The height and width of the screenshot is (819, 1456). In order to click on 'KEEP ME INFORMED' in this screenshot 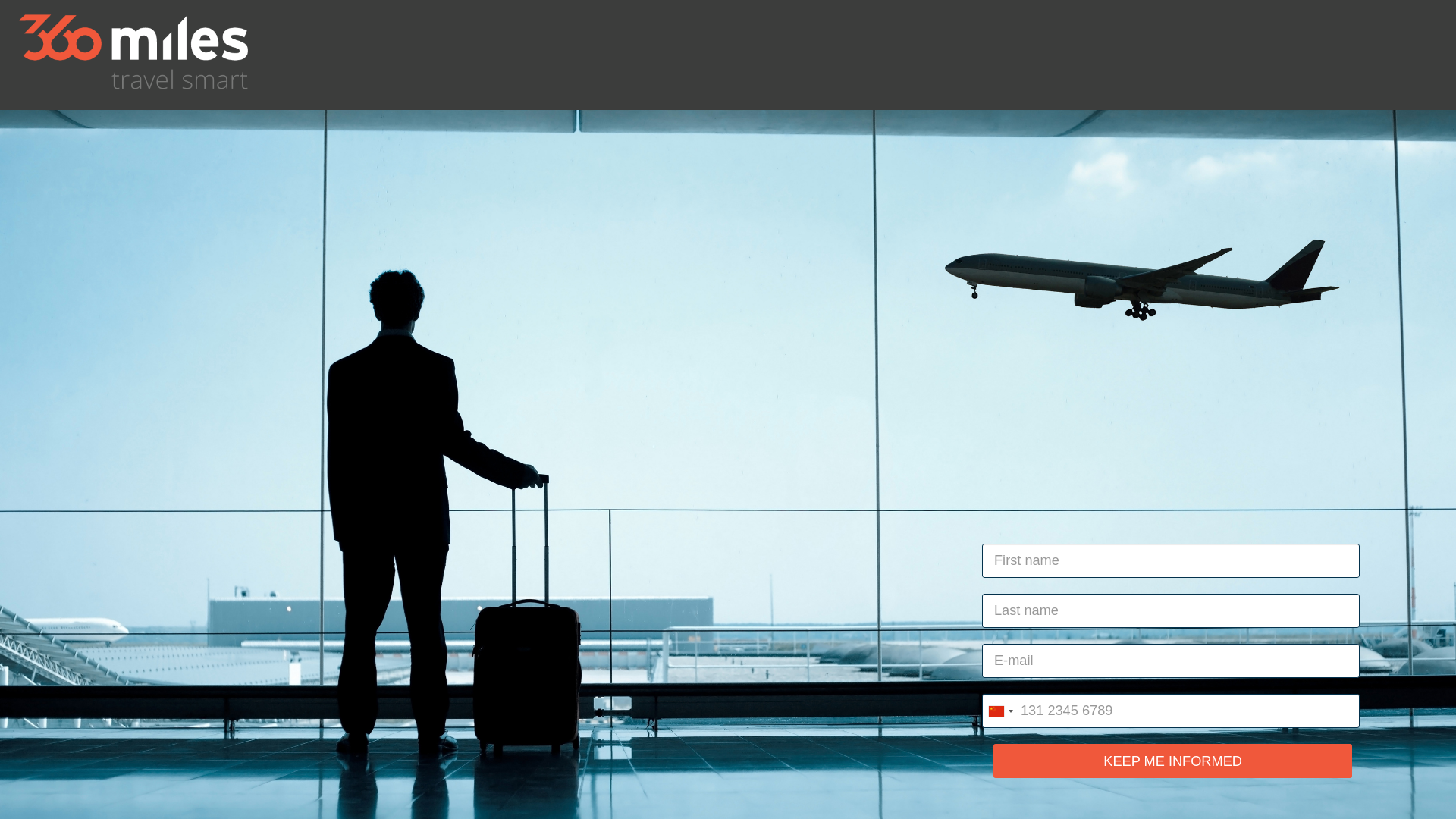, I will do `click(1172, 761)`.